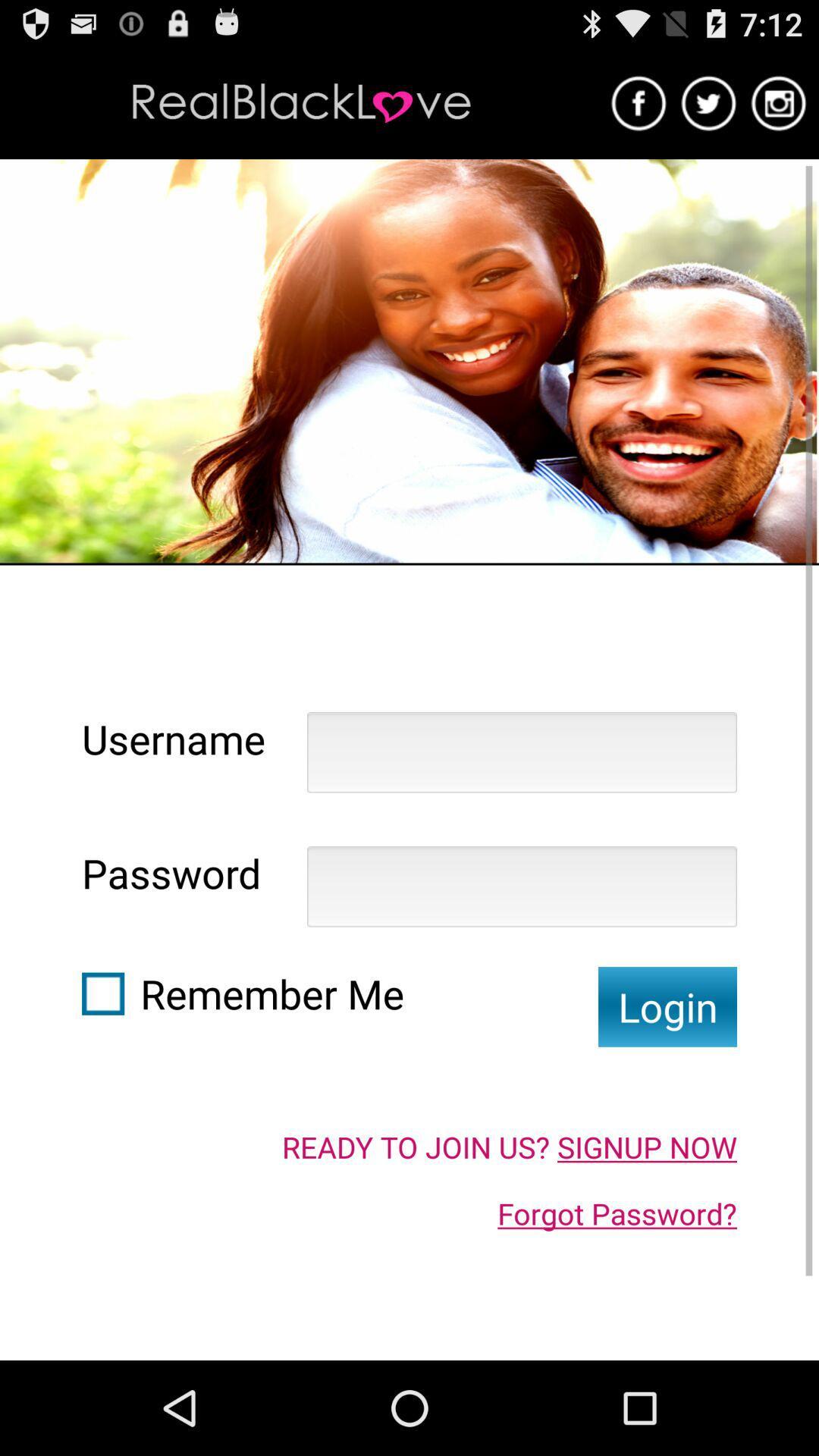 This screenshot has height=1456, width=819. Describe the element at coordinates (708, 109) in the screenshot. I see `the twitter icon` at that location.